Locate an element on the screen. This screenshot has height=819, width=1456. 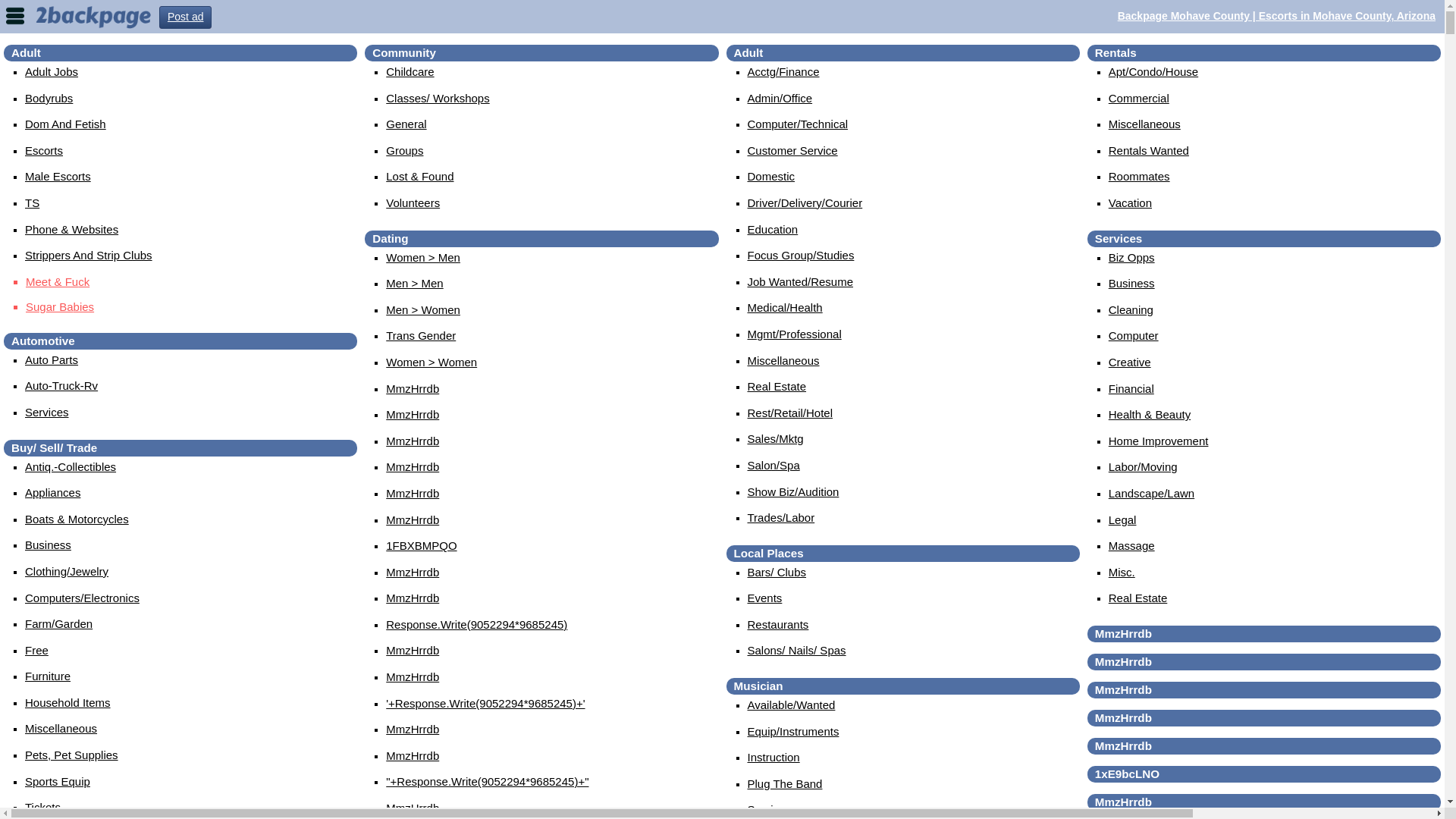
'Legal' is located at coordinates (1122, 518).